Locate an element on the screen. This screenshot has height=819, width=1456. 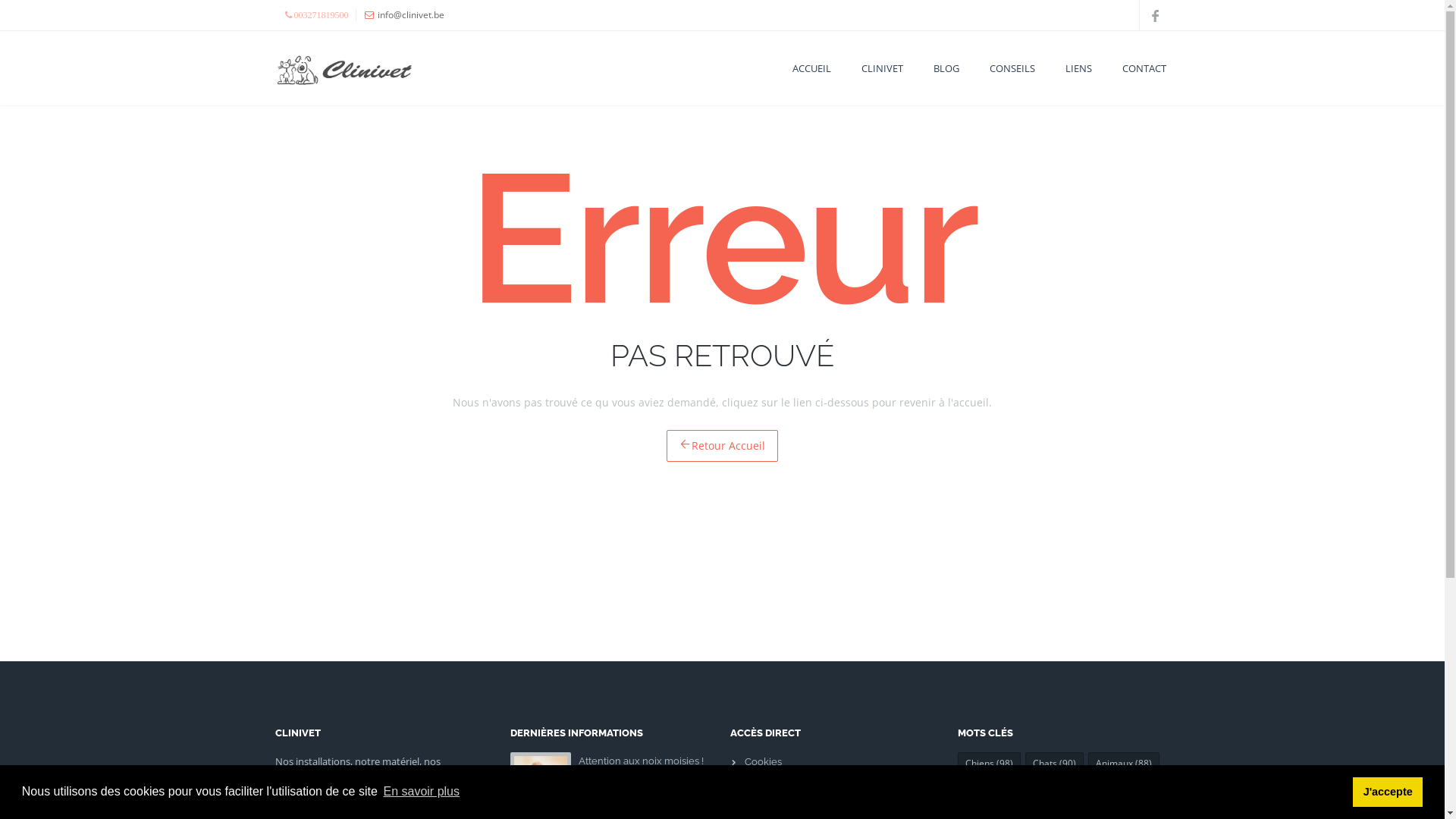
'Chats (90)' is located at coordinates (1053, 763).